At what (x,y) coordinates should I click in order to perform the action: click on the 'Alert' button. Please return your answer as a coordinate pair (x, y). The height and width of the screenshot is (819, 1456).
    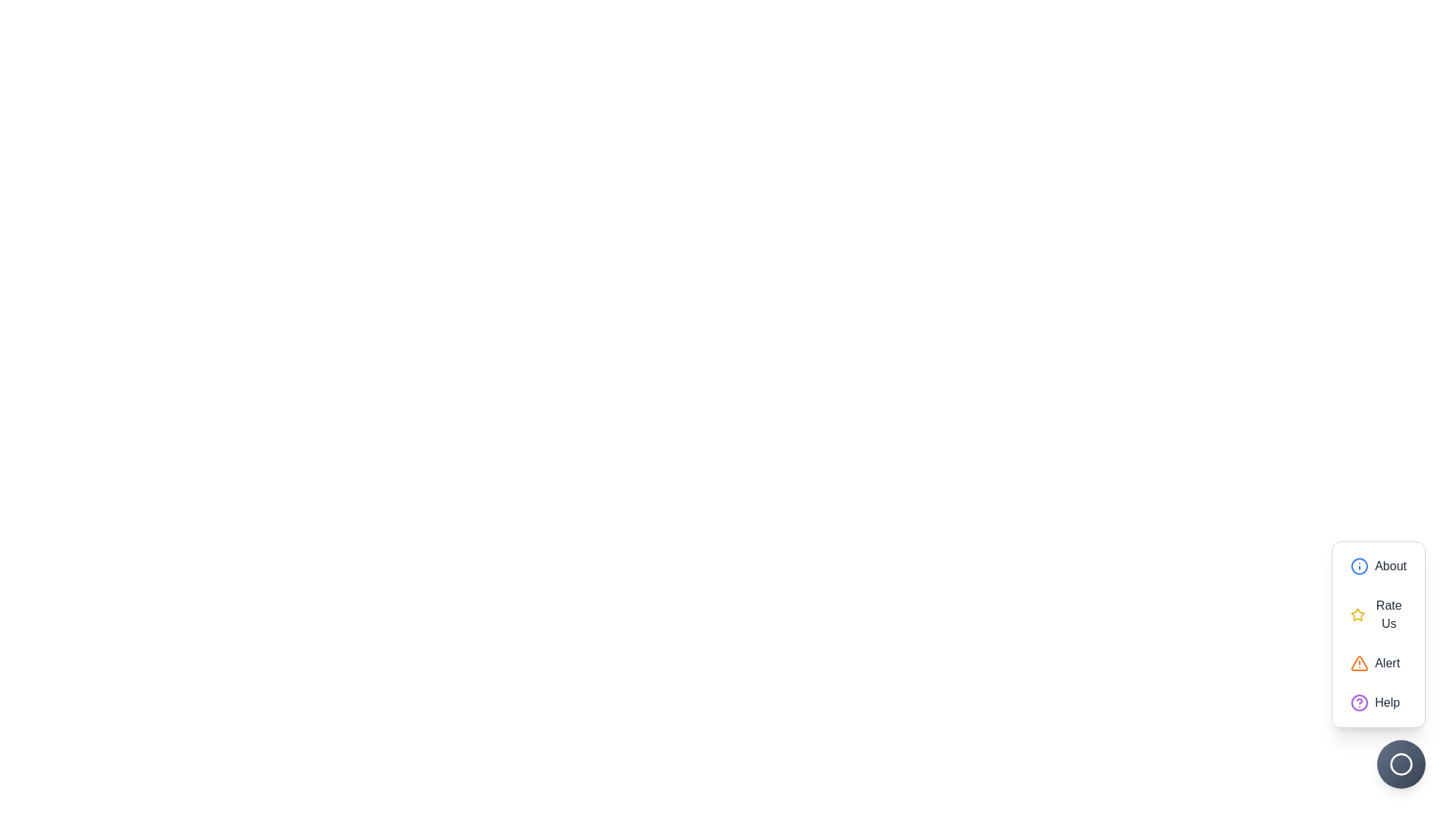
    Looking at the image, I should click on (1379, 663).